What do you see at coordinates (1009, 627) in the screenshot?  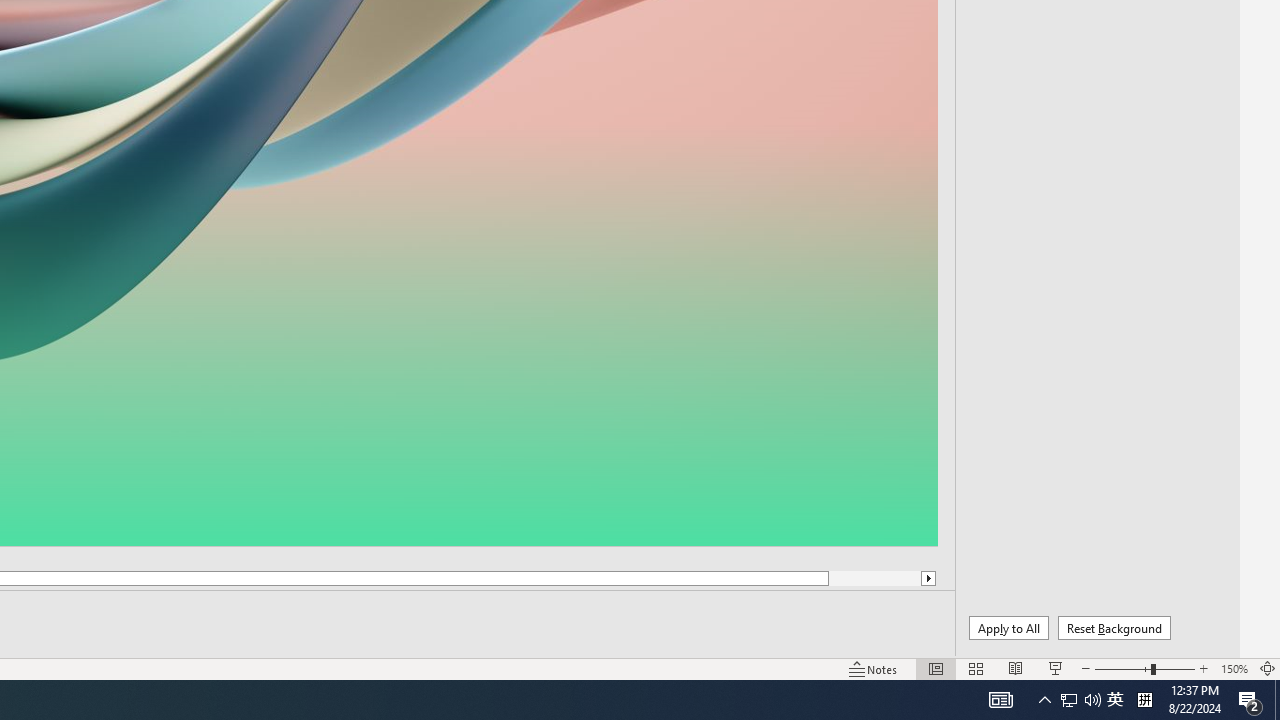 I see `'Apply to All'` at bounding box center [1009, 627].